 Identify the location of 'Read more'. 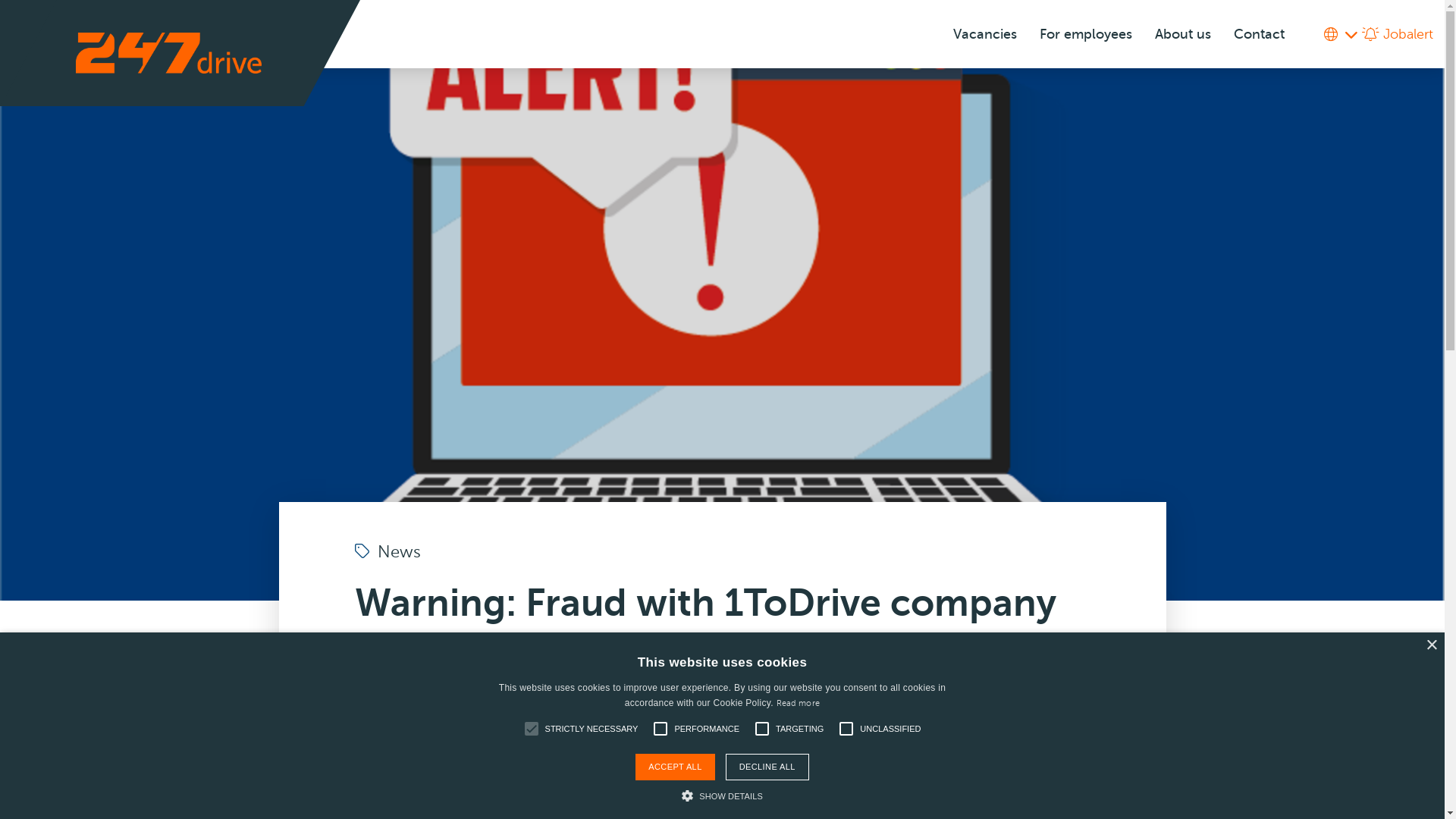
(797, 703).